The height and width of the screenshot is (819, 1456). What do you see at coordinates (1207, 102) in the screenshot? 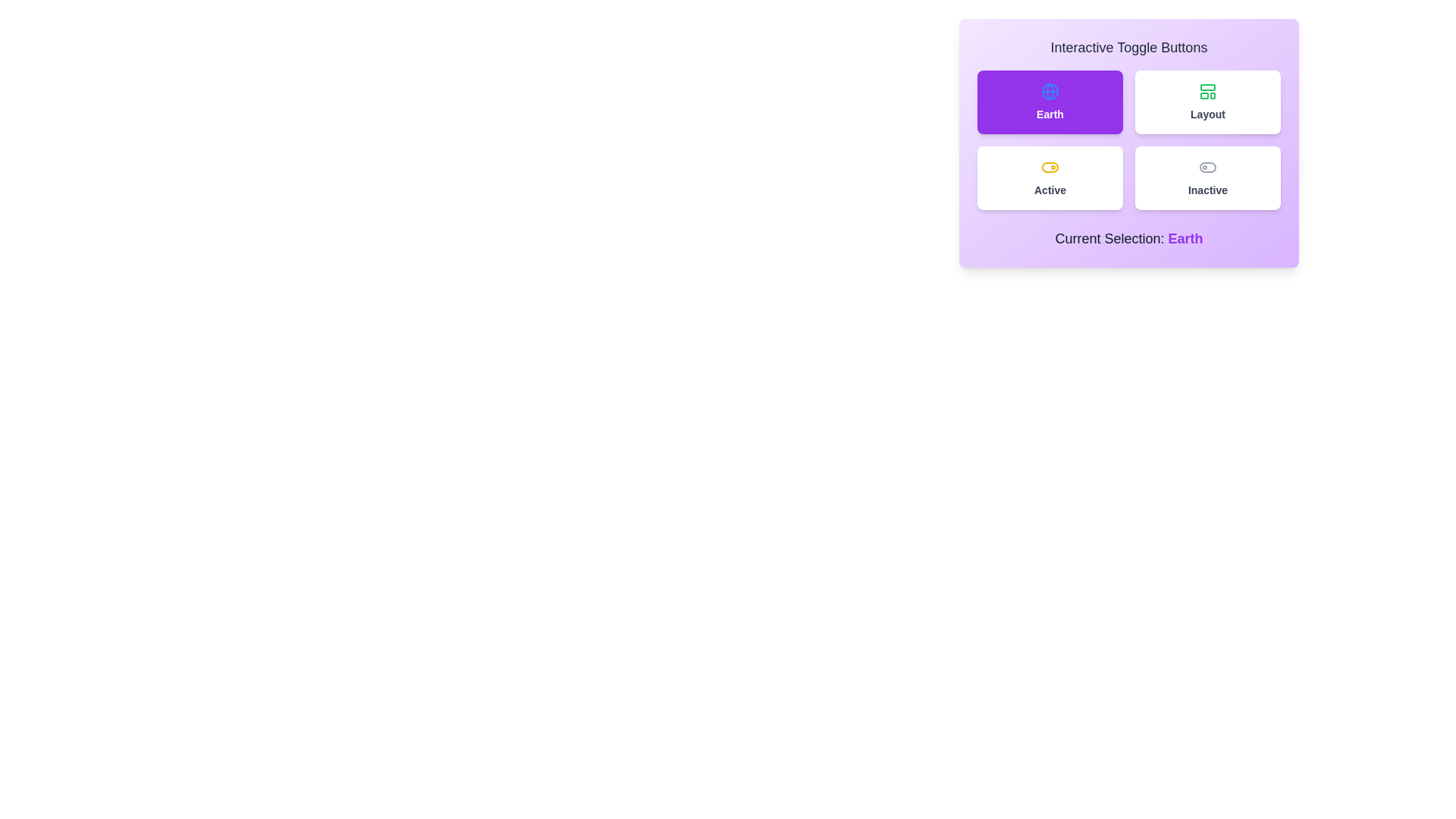
I see `the button labeled Layout` at bounding box center [1207, 102].